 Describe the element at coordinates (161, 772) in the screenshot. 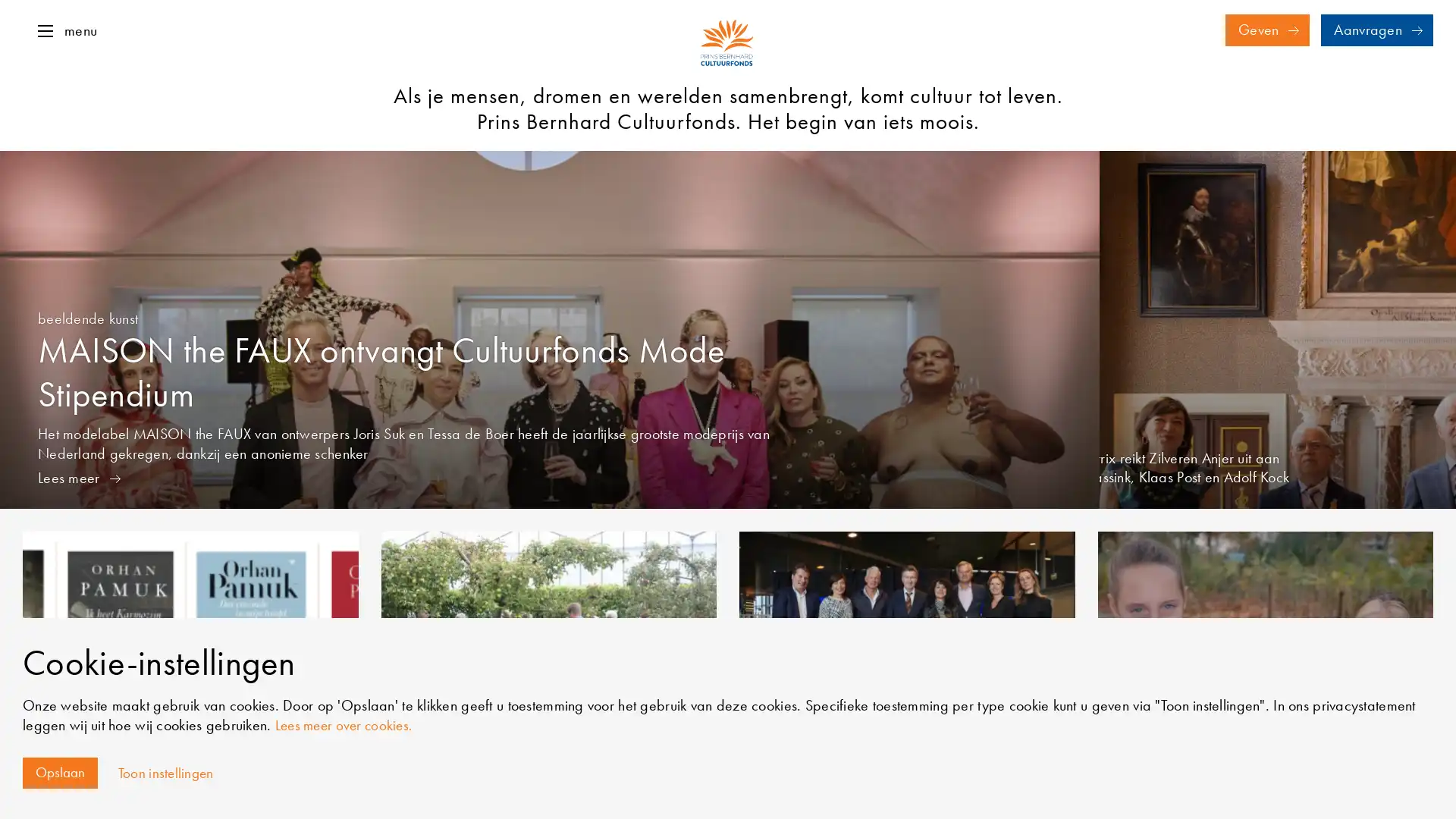

I see `Toon instellingen` at that location.